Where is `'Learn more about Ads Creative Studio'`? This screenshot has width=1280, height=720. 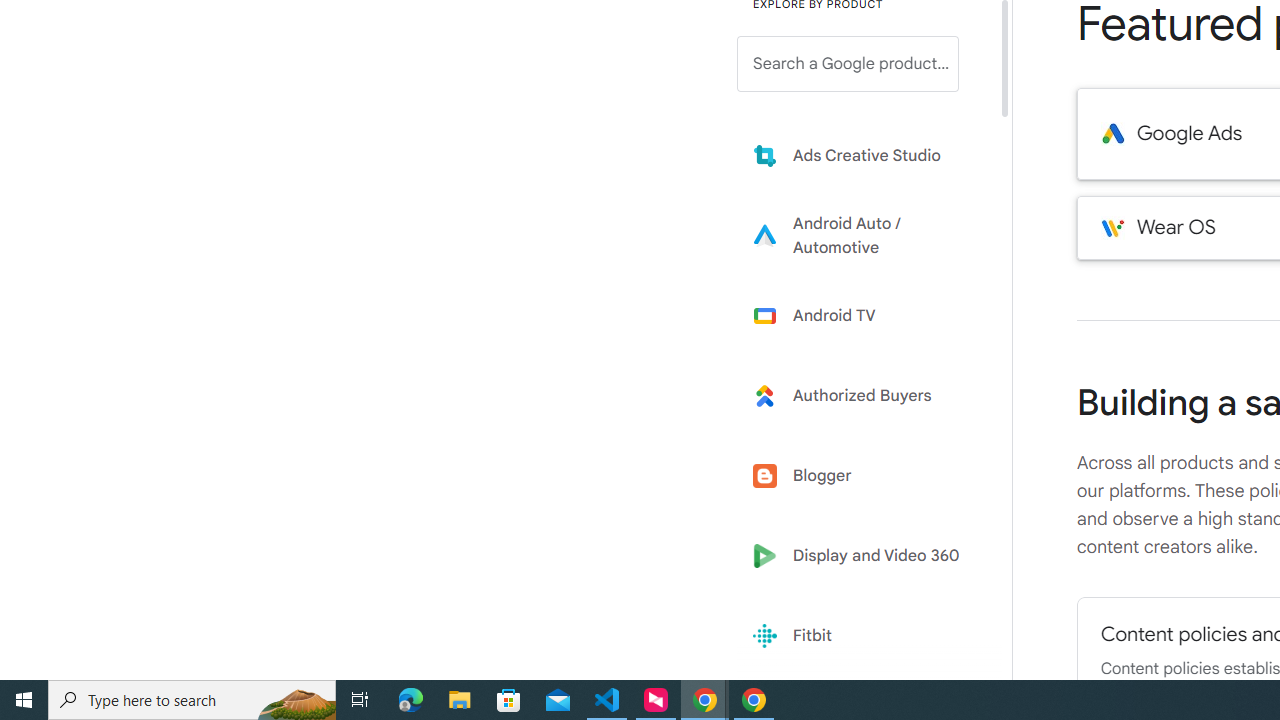
'Learn more about Ads Creative Studio' is located at coordinates (862, 154).